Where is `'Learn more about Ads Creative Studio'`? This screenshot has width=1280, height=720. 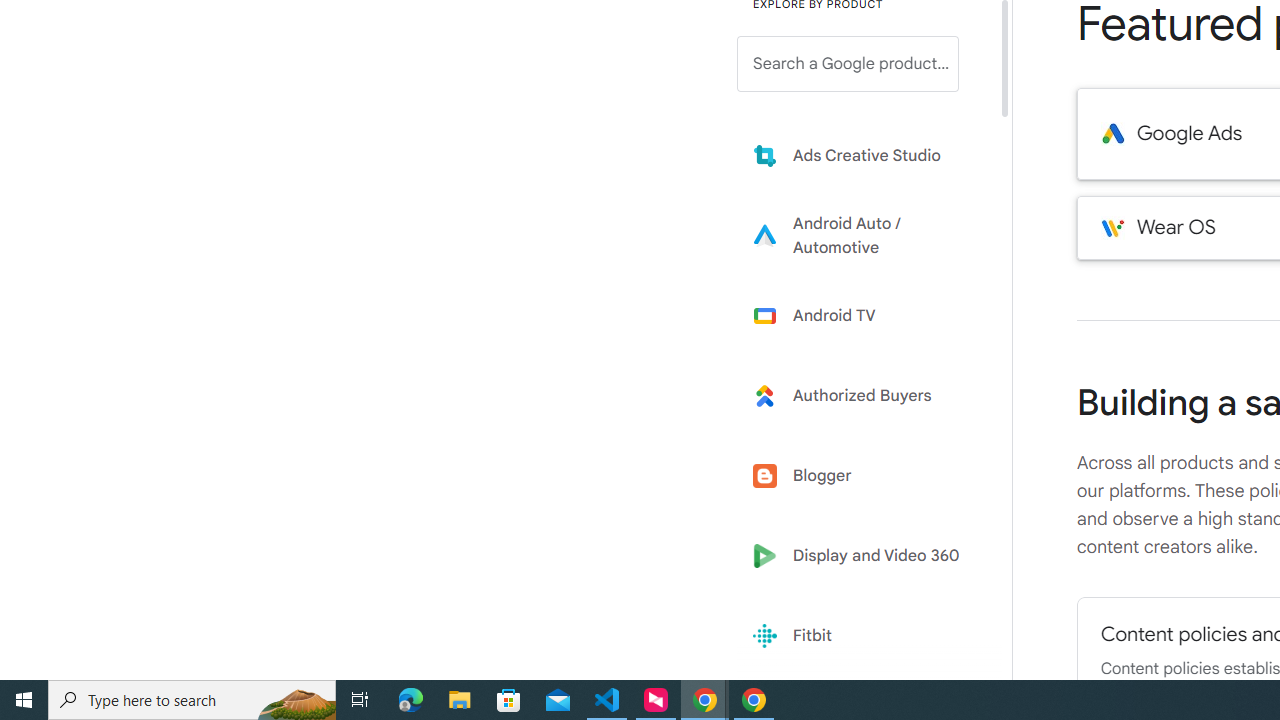
'Learn more about Ads Creative Studio' is located at coordinates (862, 154).